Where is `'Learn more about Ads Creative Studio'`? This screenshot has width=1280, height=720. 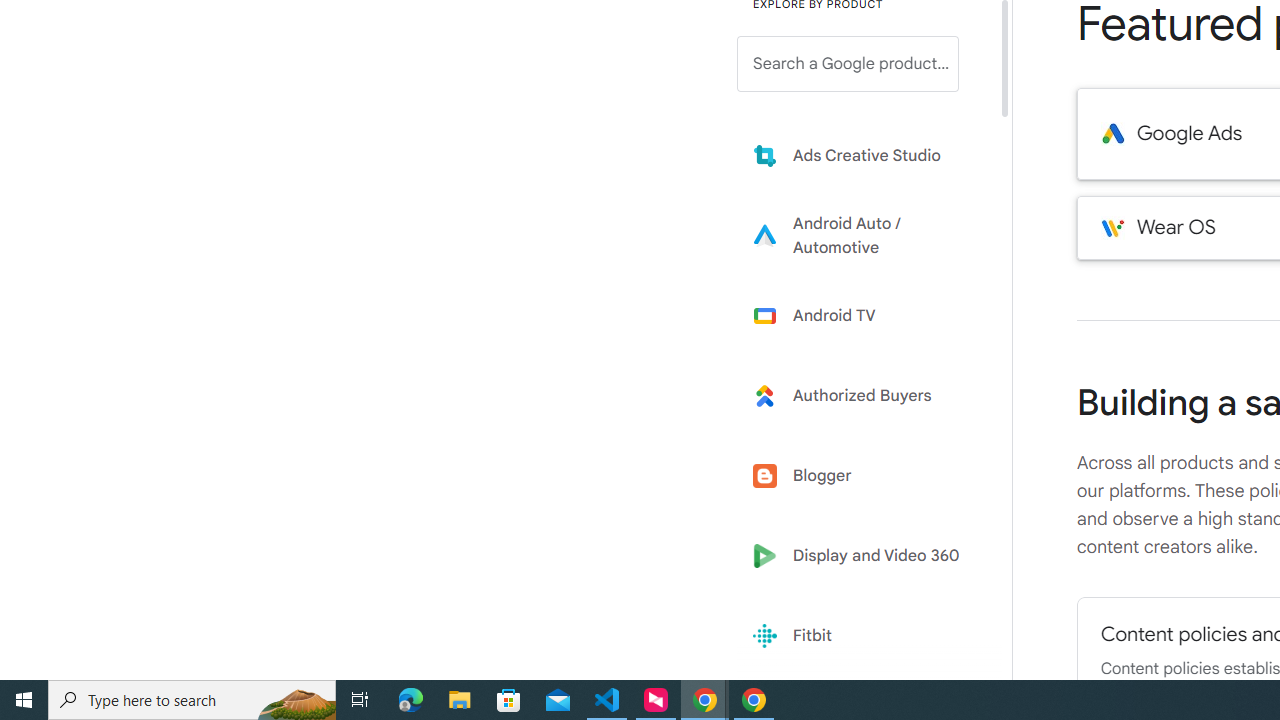
'Learn more about Ads Creative Studio' is located at coordinates (862, 154).